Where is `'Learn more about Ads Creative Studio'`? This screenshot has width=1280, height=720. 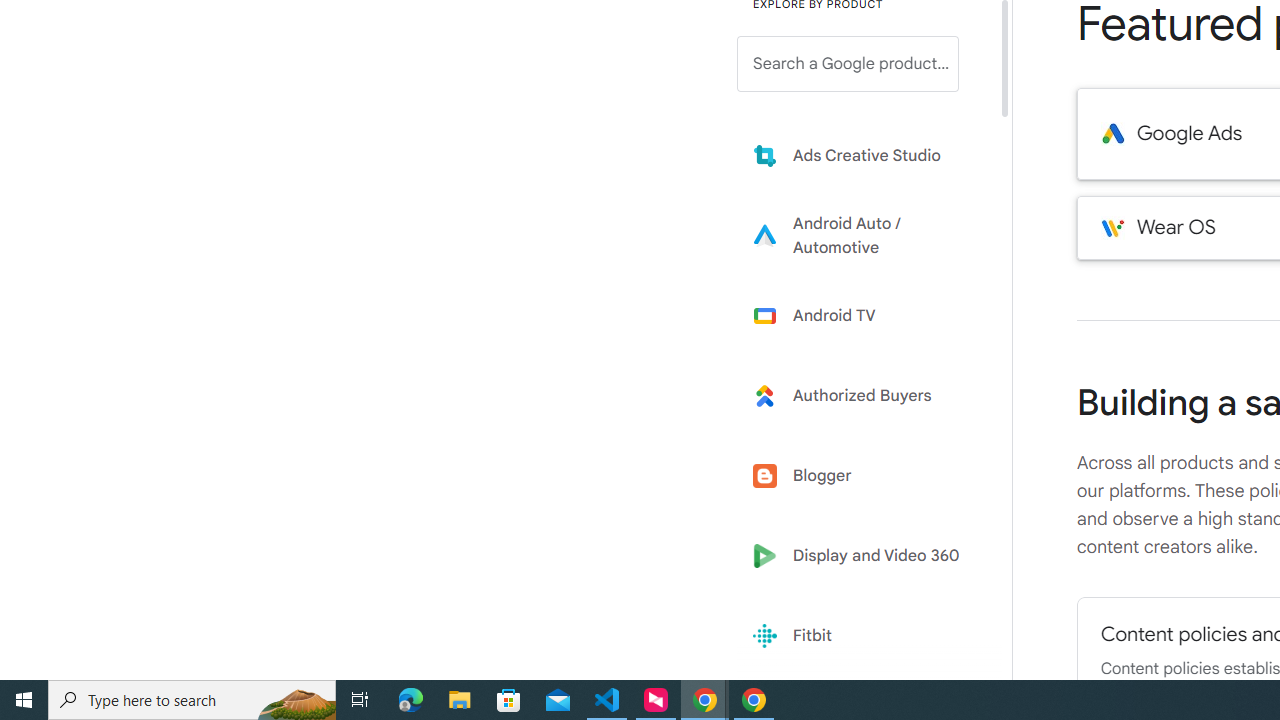
'Learn more about Ads Creative Studio' is located at coordinates (862, 154).